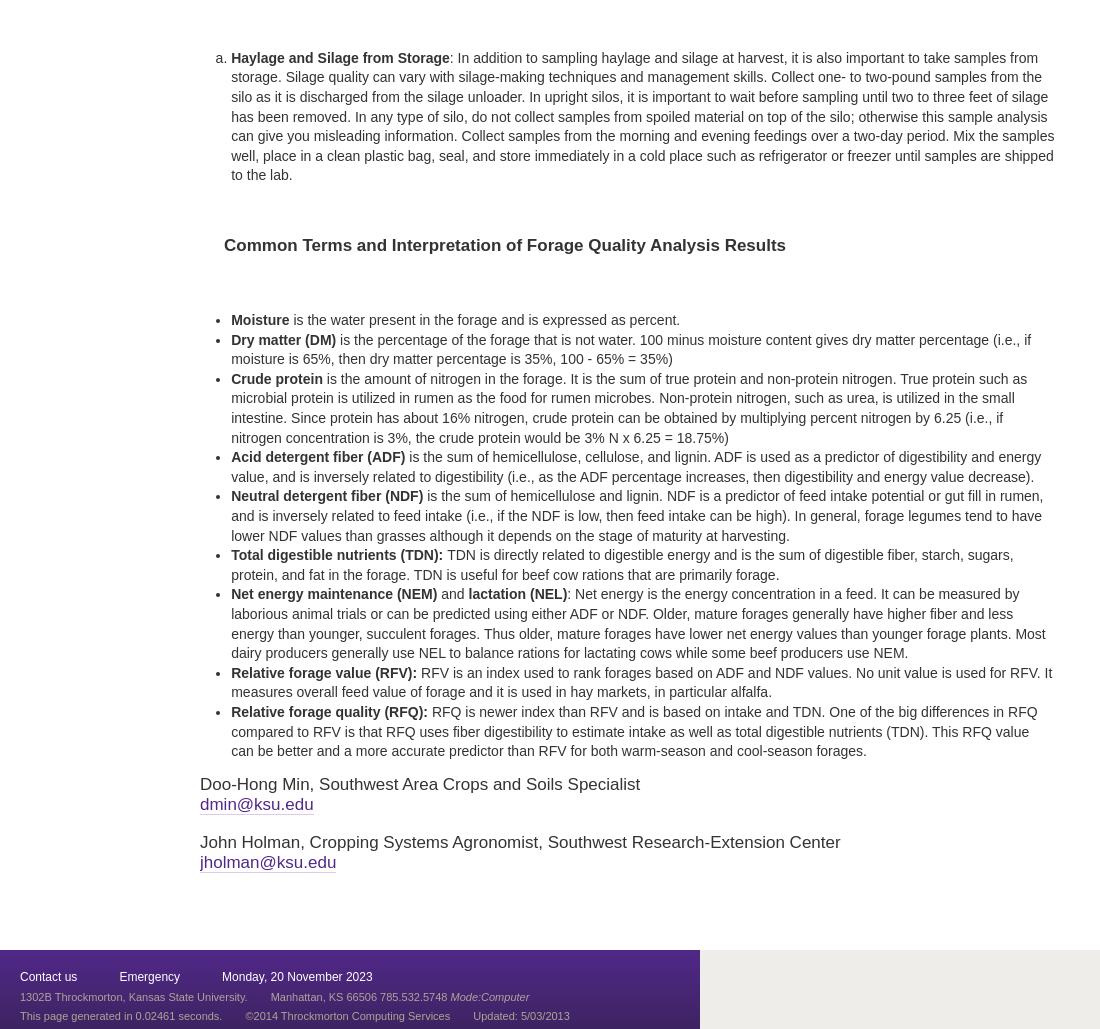 The width and height of the screenshot is (1100, 1029). I want to click on 'is the water present in the forage and is expressed as percent.', so click(484, 320).